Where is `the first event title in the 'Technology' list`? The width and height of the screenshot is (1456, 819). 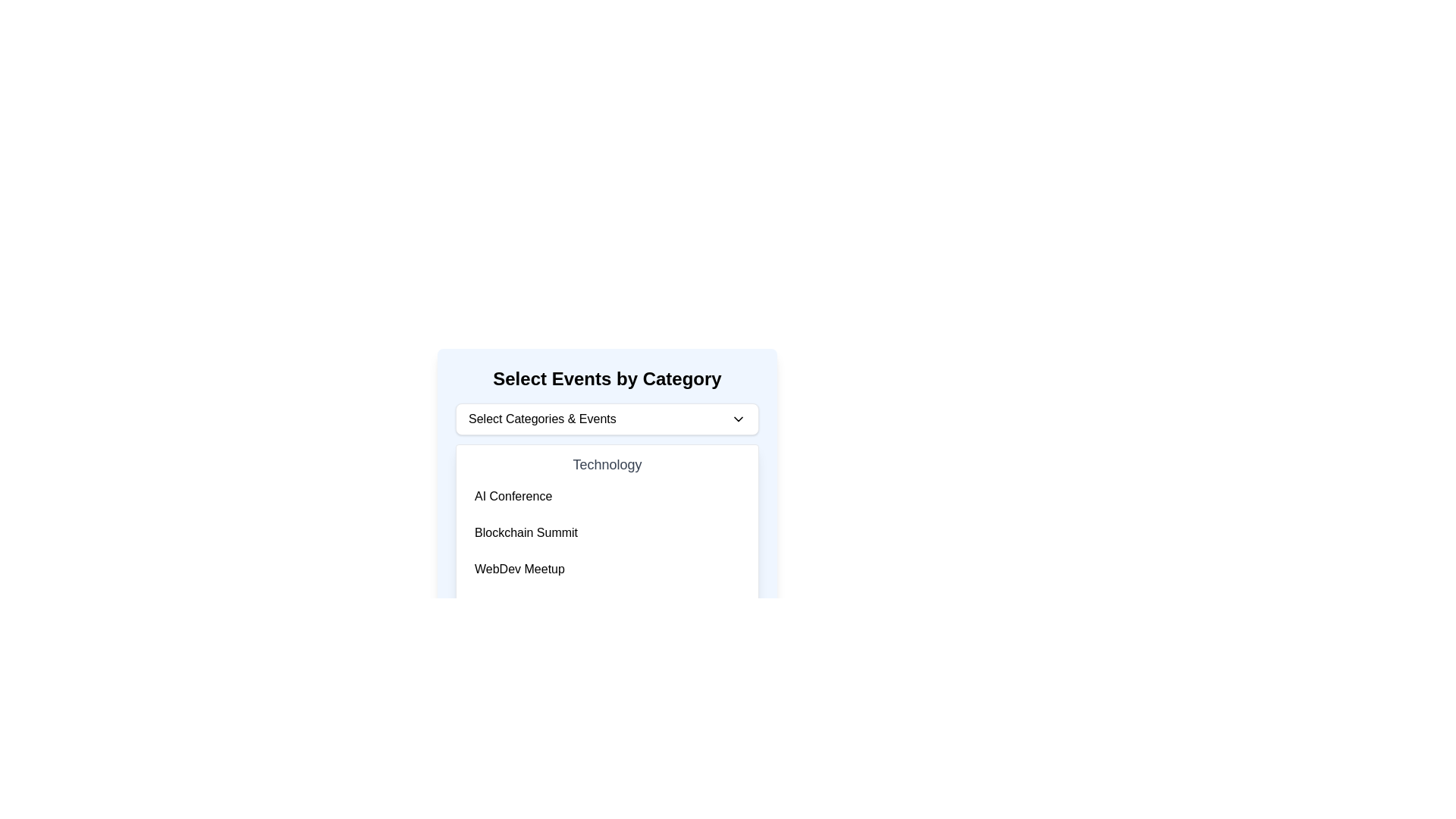 the first event title in the 'Technology' list is located at coordinates (607, 497).